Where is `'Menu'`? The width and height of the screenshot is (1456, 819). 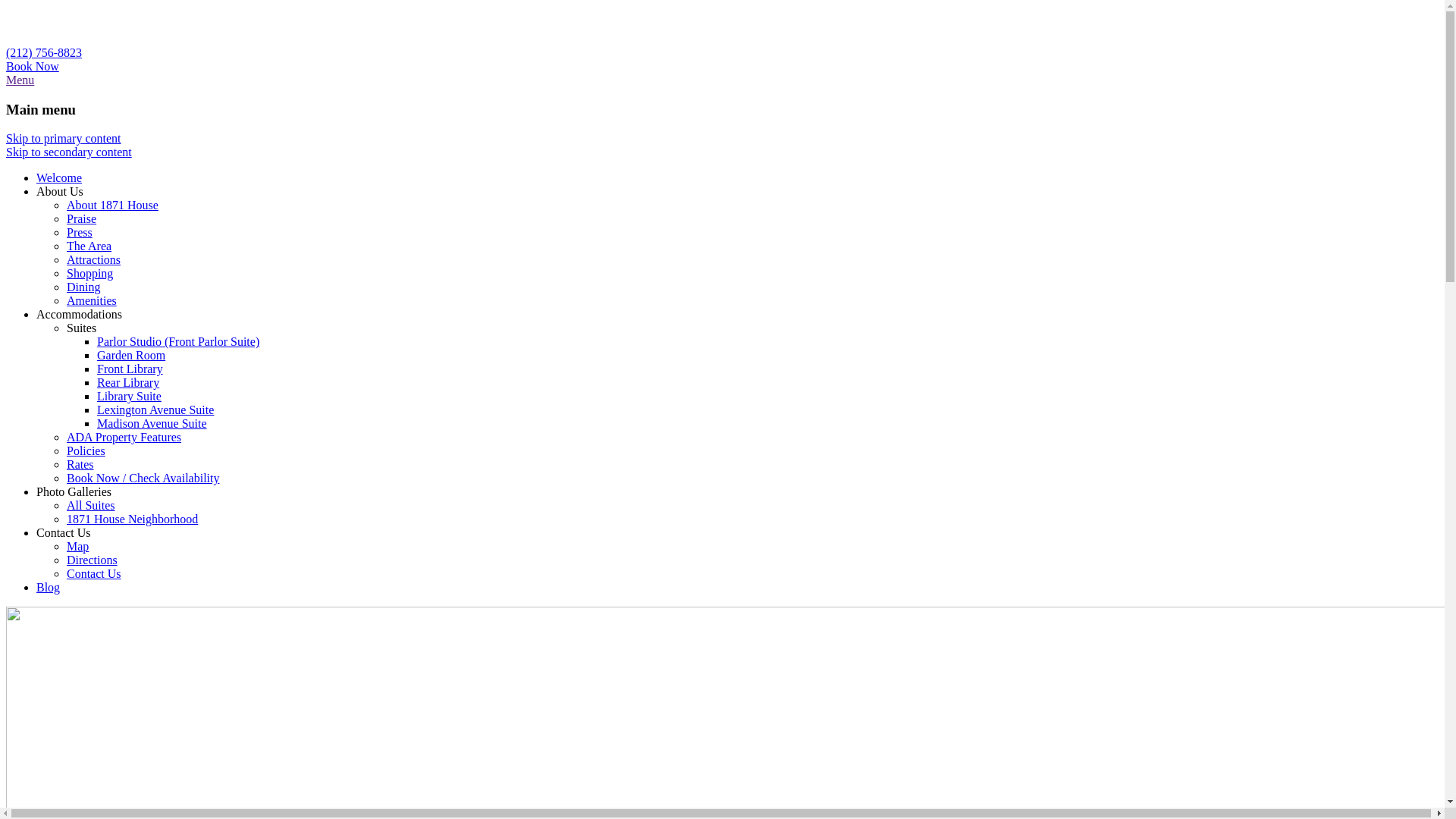 'Menu' is located at coordinates (20, 80).